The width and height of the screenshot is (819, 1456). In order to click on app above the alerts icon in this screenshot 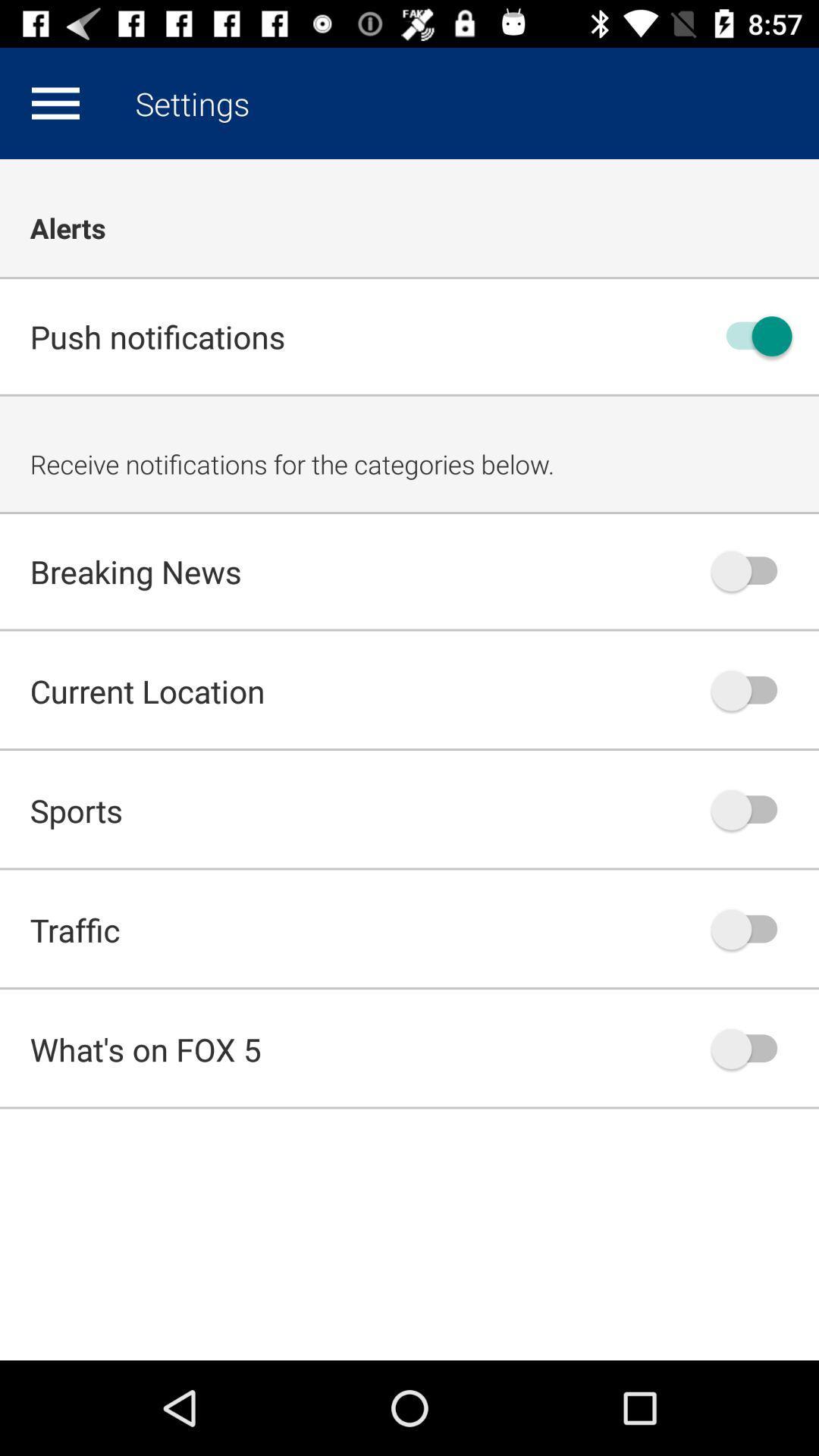, I will do `click(55, 102)`.